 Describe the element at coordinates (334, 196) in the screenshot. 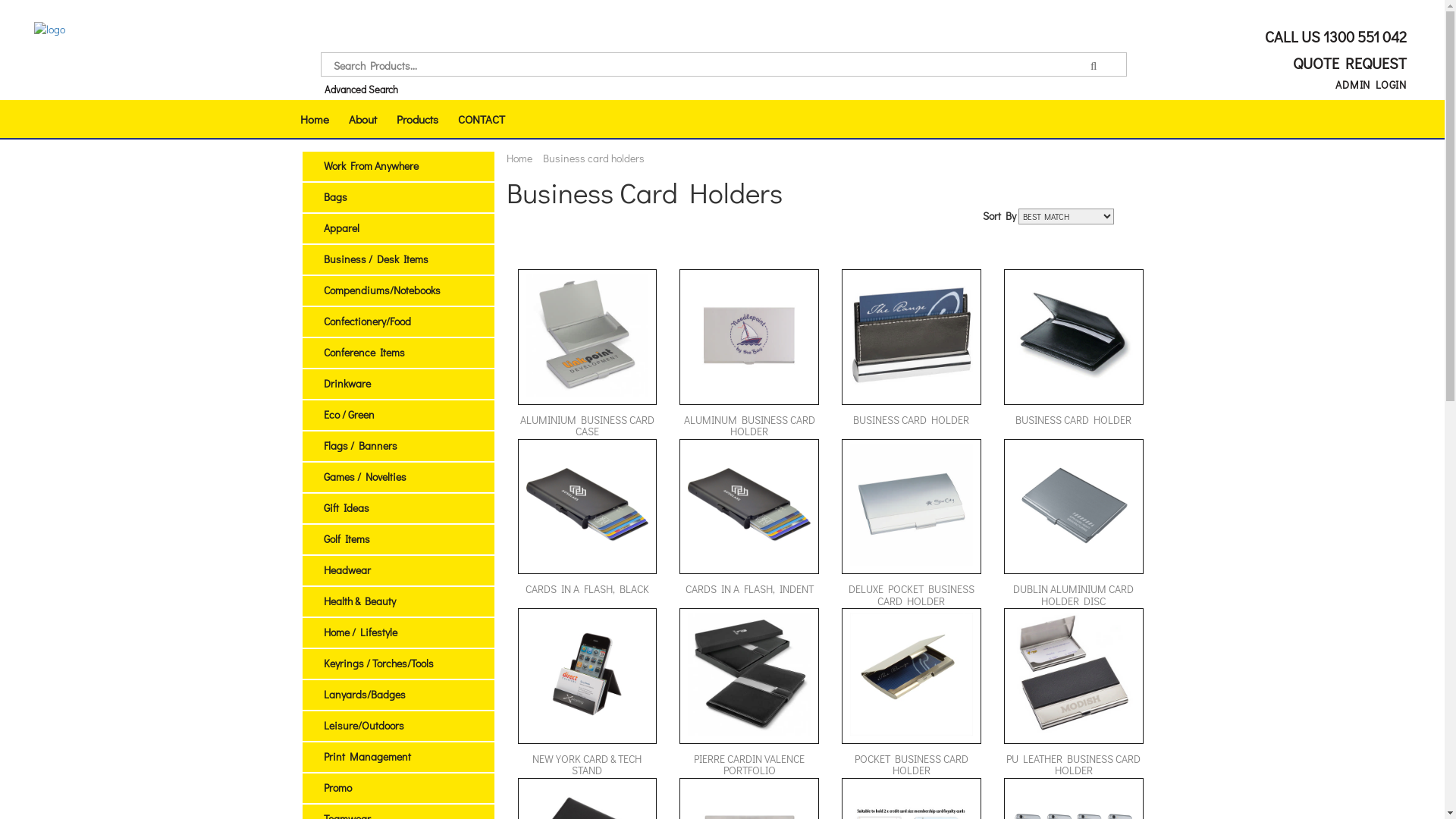

I see `'Bags'` at that location.